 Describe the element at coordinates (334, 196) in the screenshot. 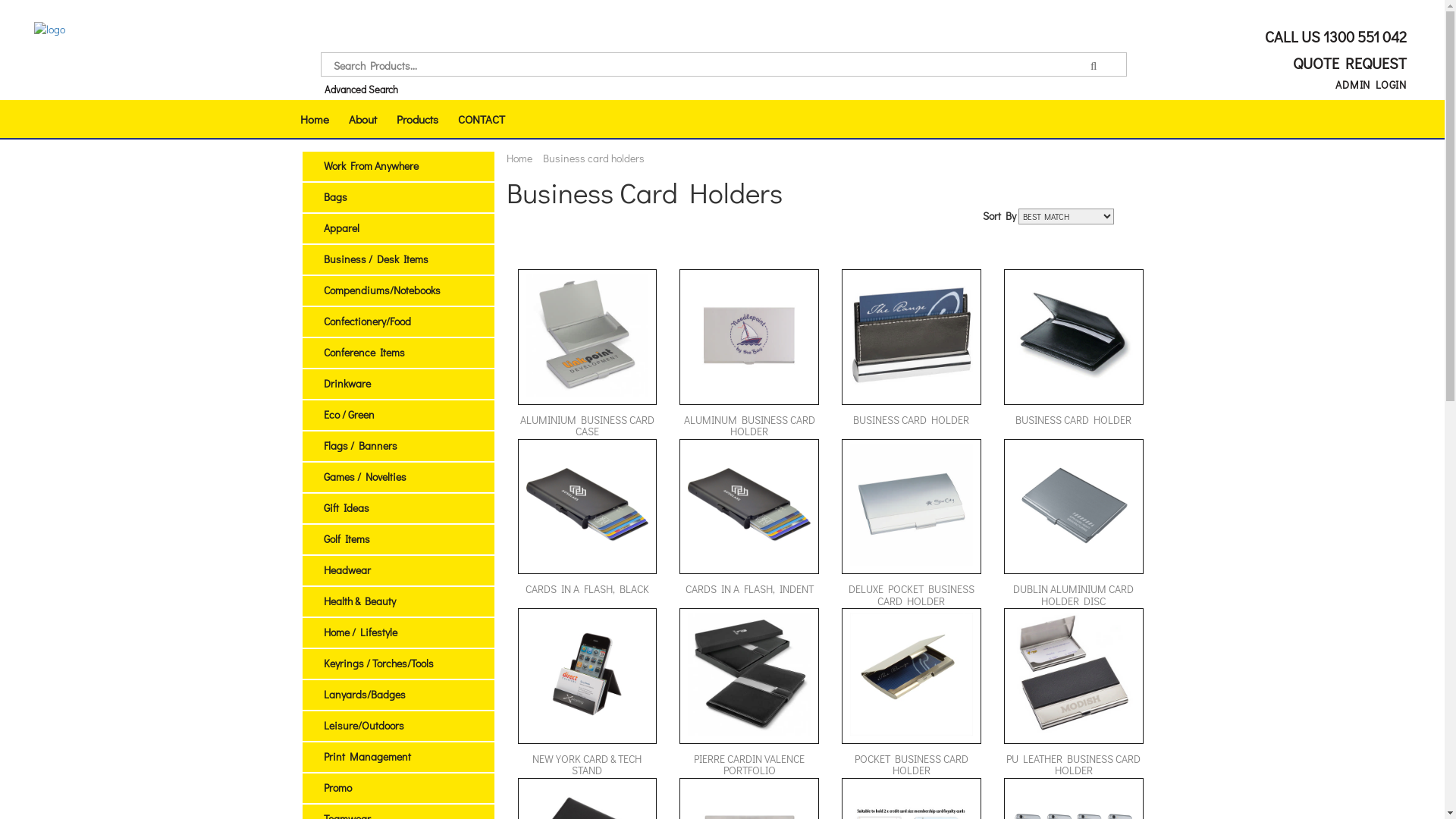

I see `'Bags'` at that location.